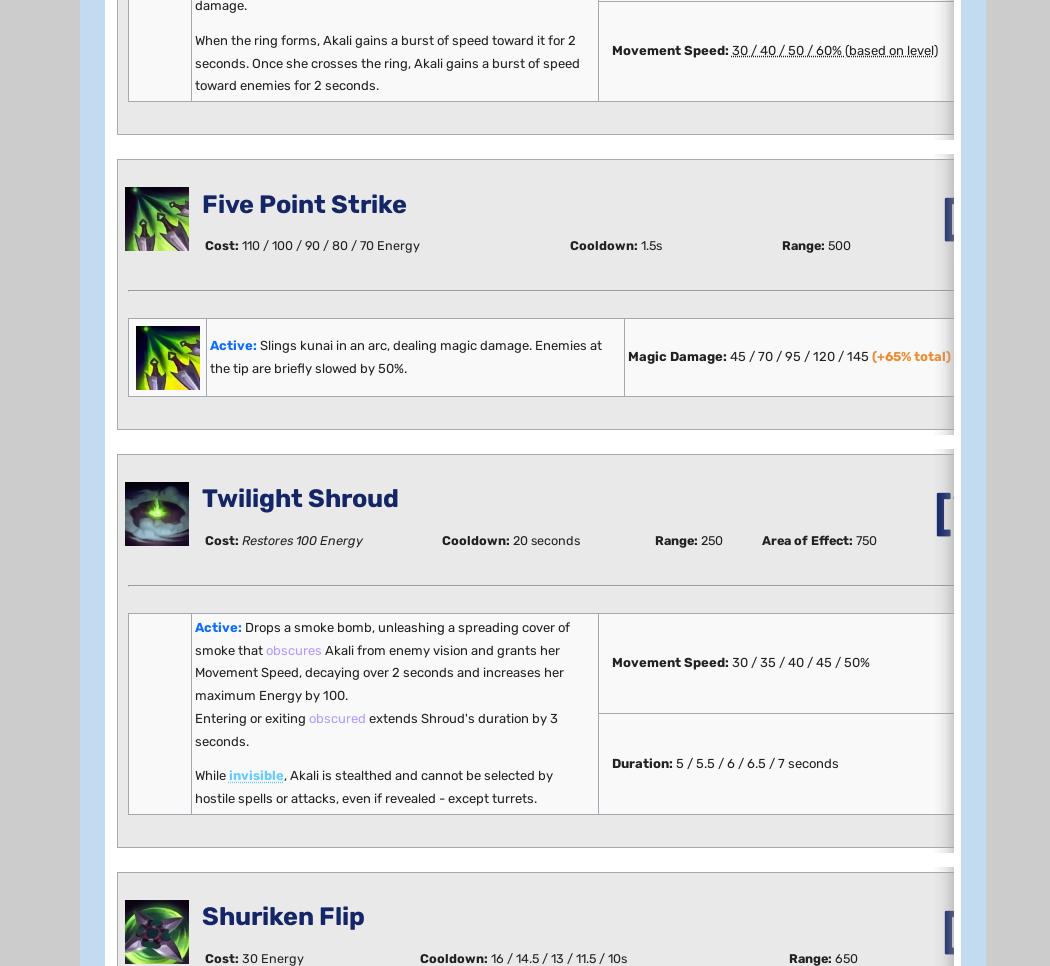 Image resolution: width=1050 pixels, height=966 pixels. What do you see at coordinates (152, 219) in the screenshot?
I see `'Patch 9.5'` at bounding box center [152, 219].